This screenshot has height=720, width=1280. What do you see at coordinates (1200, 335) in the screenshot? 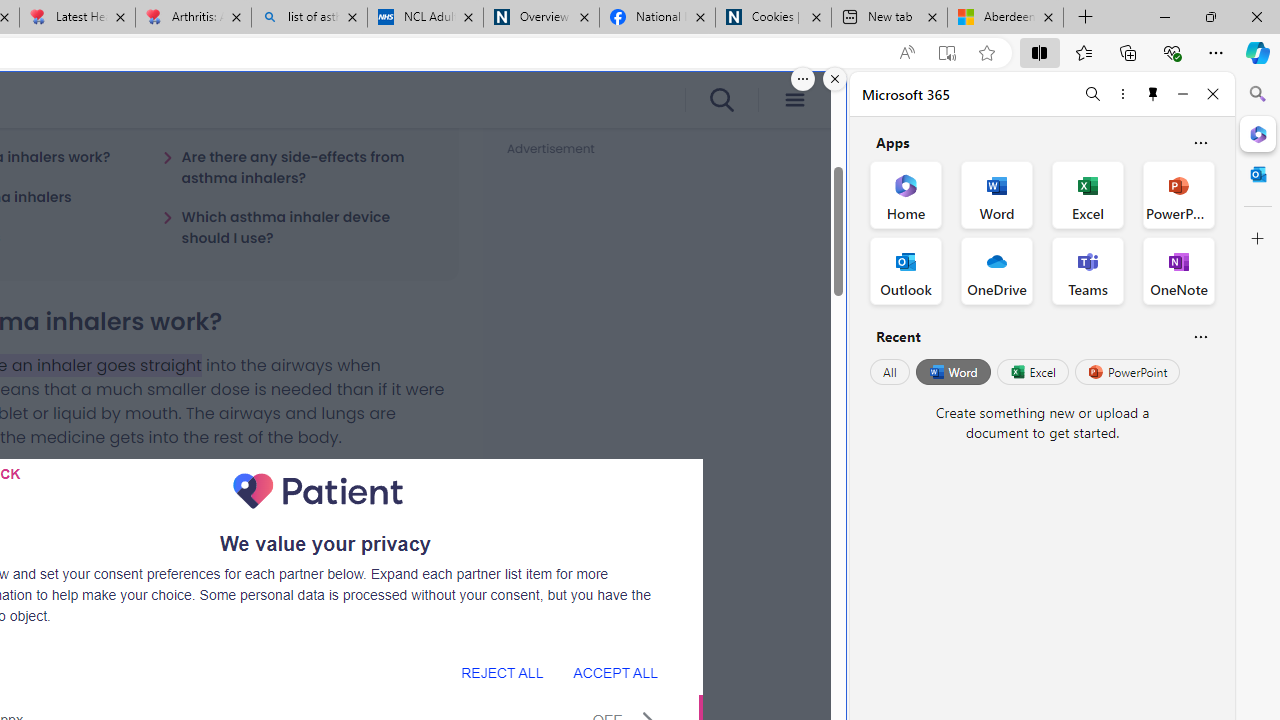
I see `'Is this helpful?'` at bounding box center [1200, 335].